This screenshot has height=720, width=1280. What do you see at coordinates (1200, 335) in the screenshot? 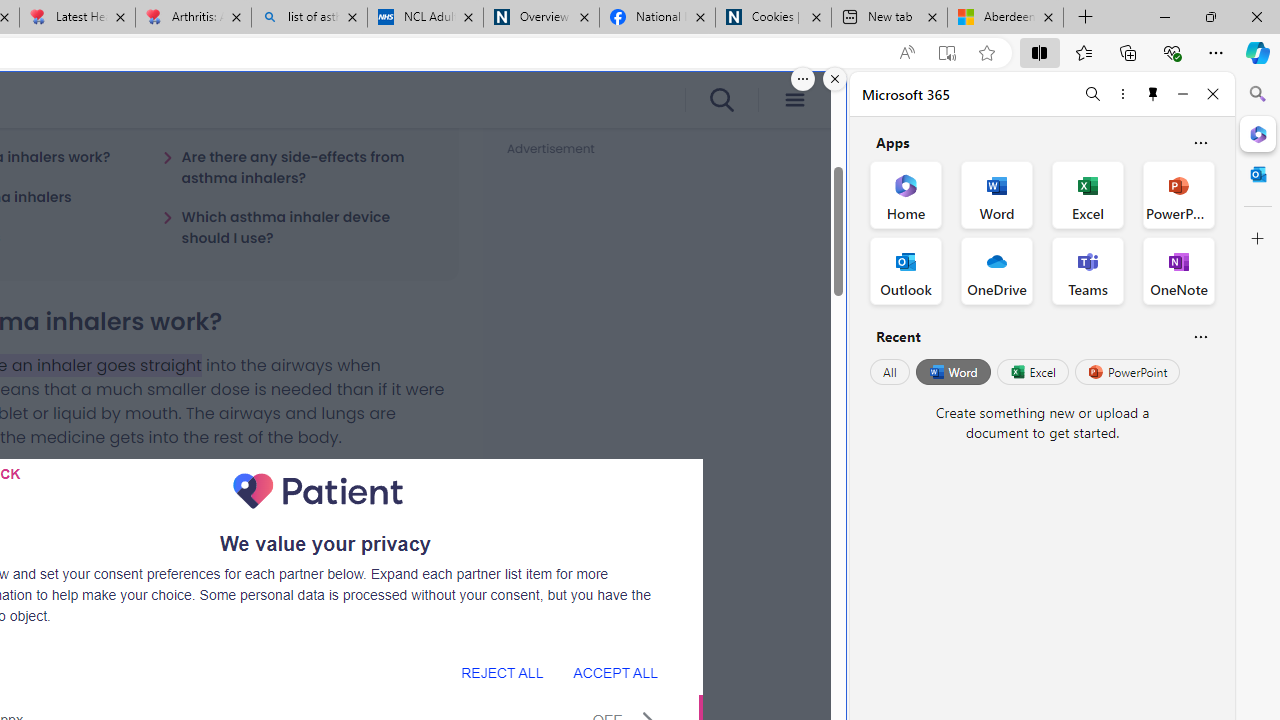
I see `'Is this helpful?'` at bounding box center [1200, 335].